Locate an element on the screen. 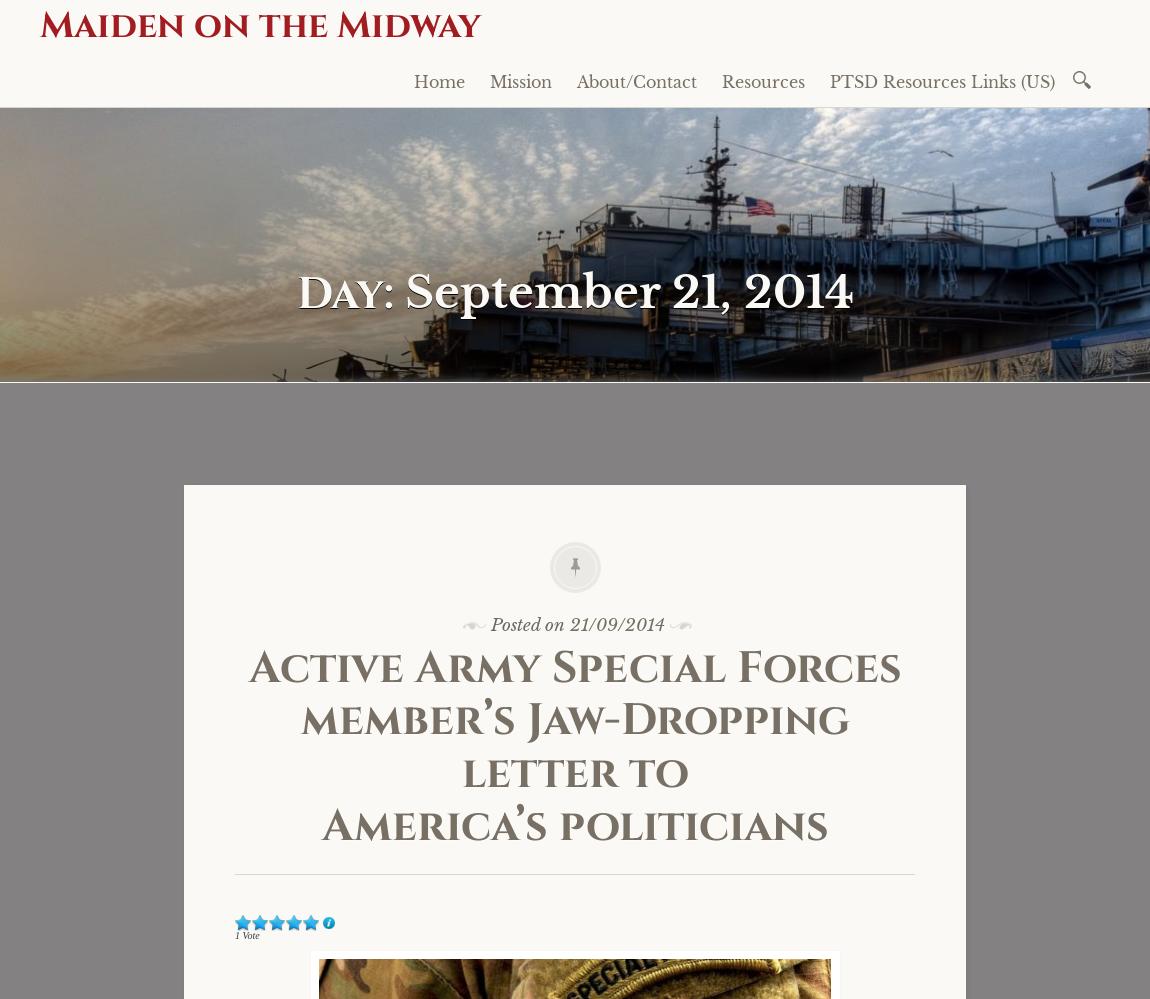 This screenshot has height=999, width=1150. 'Home' is located at coordinates (439, 80).